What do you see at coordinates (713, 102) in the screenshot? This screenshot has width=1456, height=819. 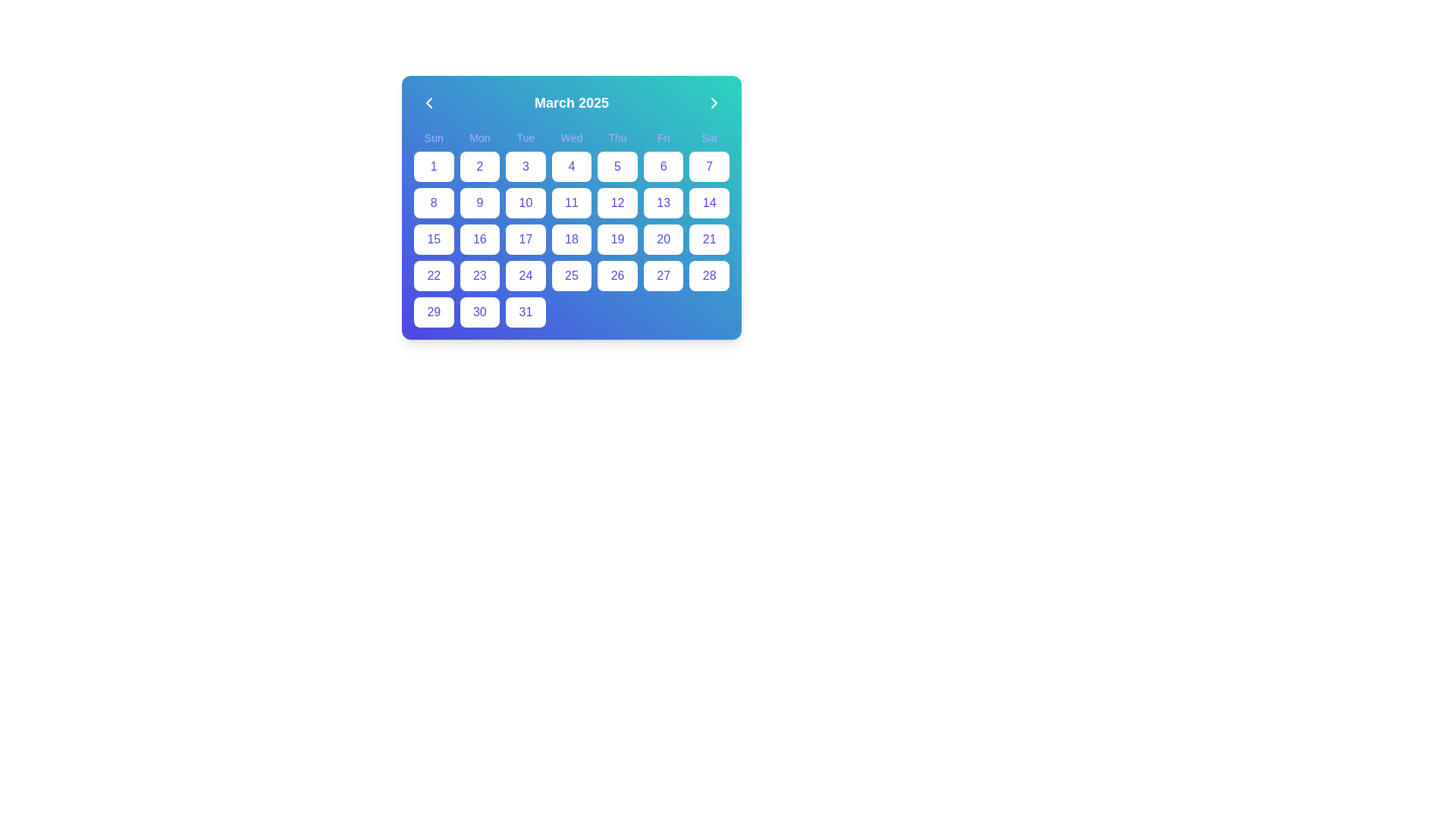 I see `the small rightwards arrow button (icon-based) in the calendar navigation interface` at bounding box center [713, 102].